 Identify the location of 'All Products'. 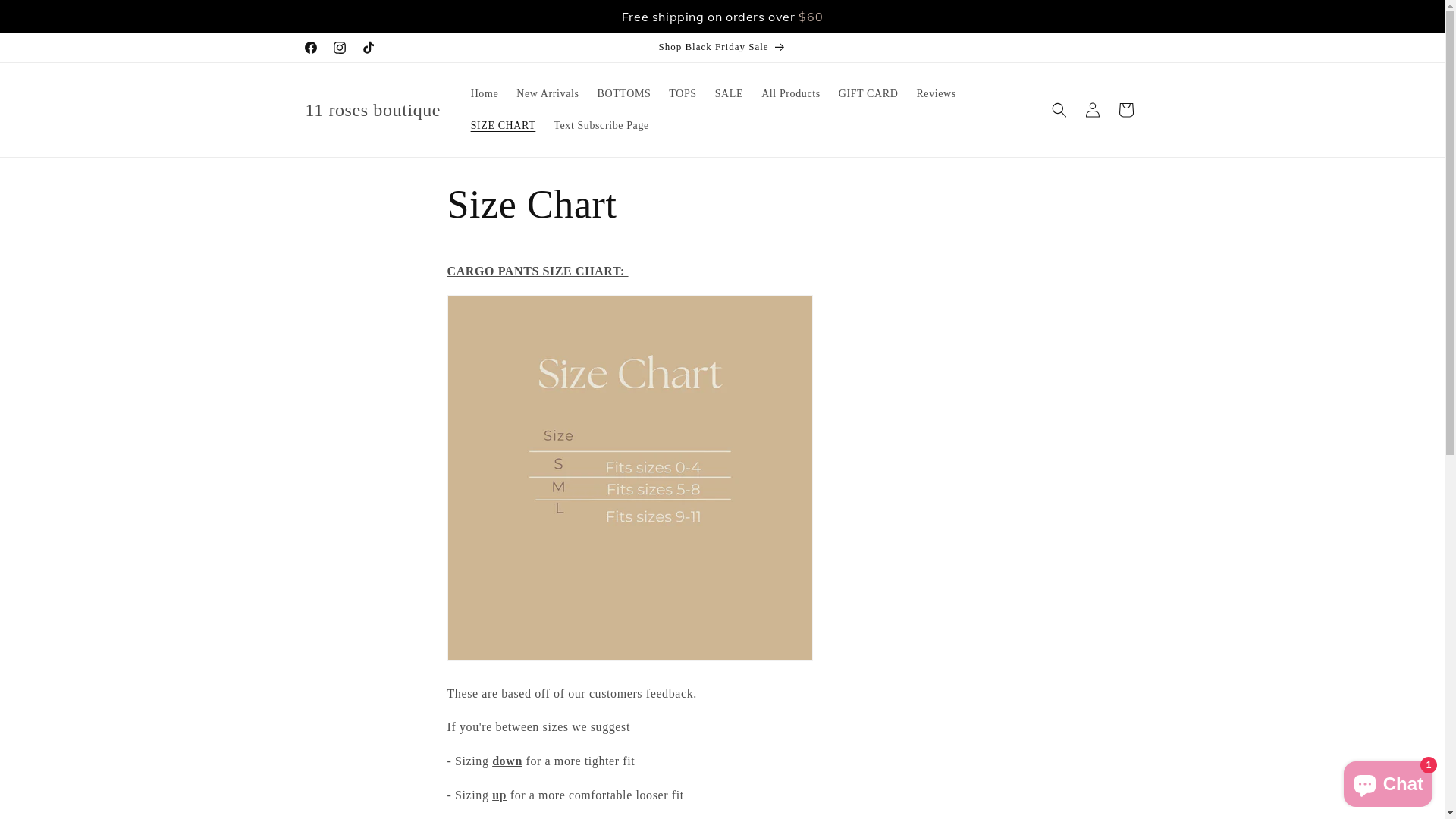
(789, 93).